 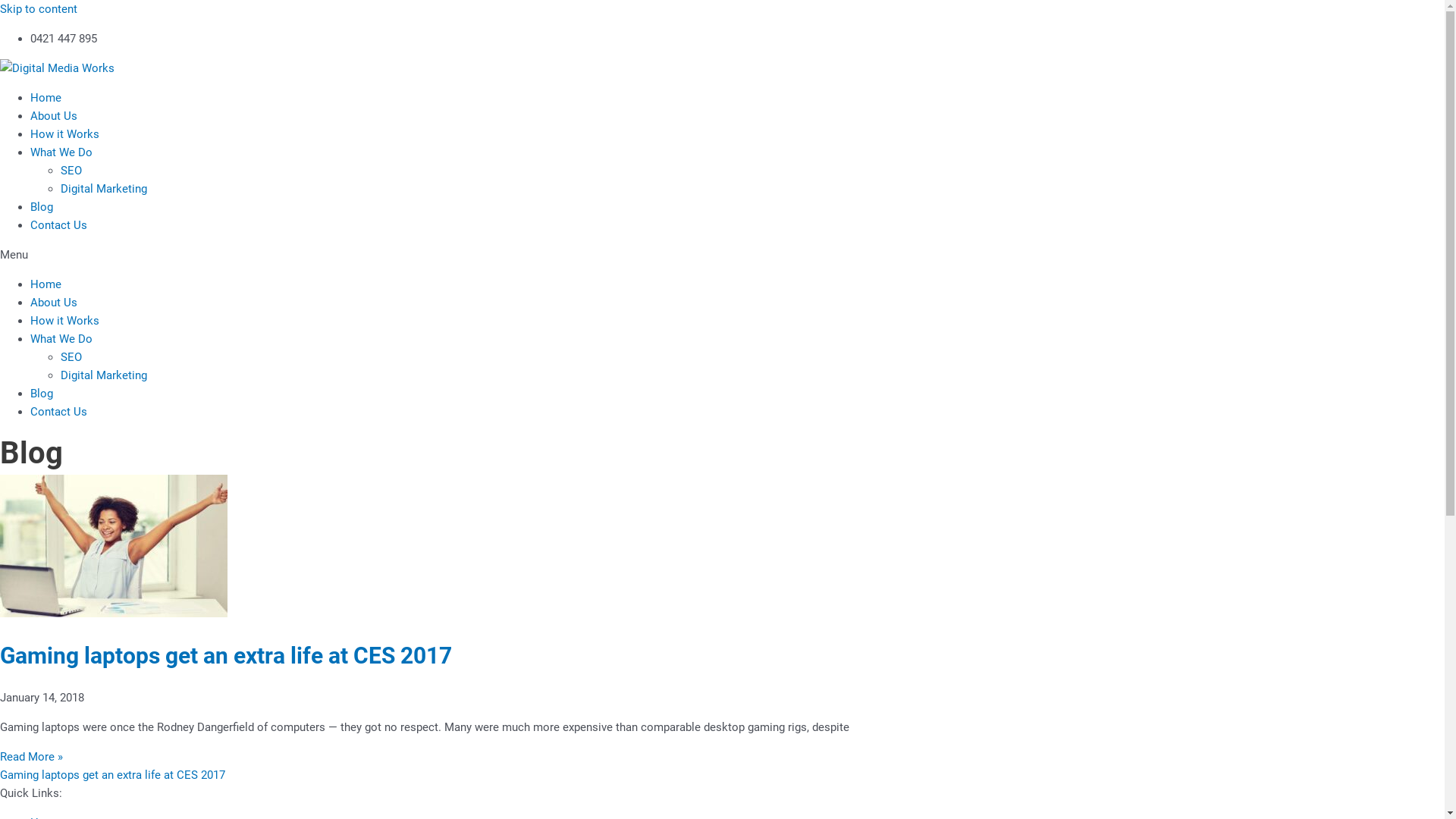 I want to click on 'Skip to content', so click(x=39, y=8).